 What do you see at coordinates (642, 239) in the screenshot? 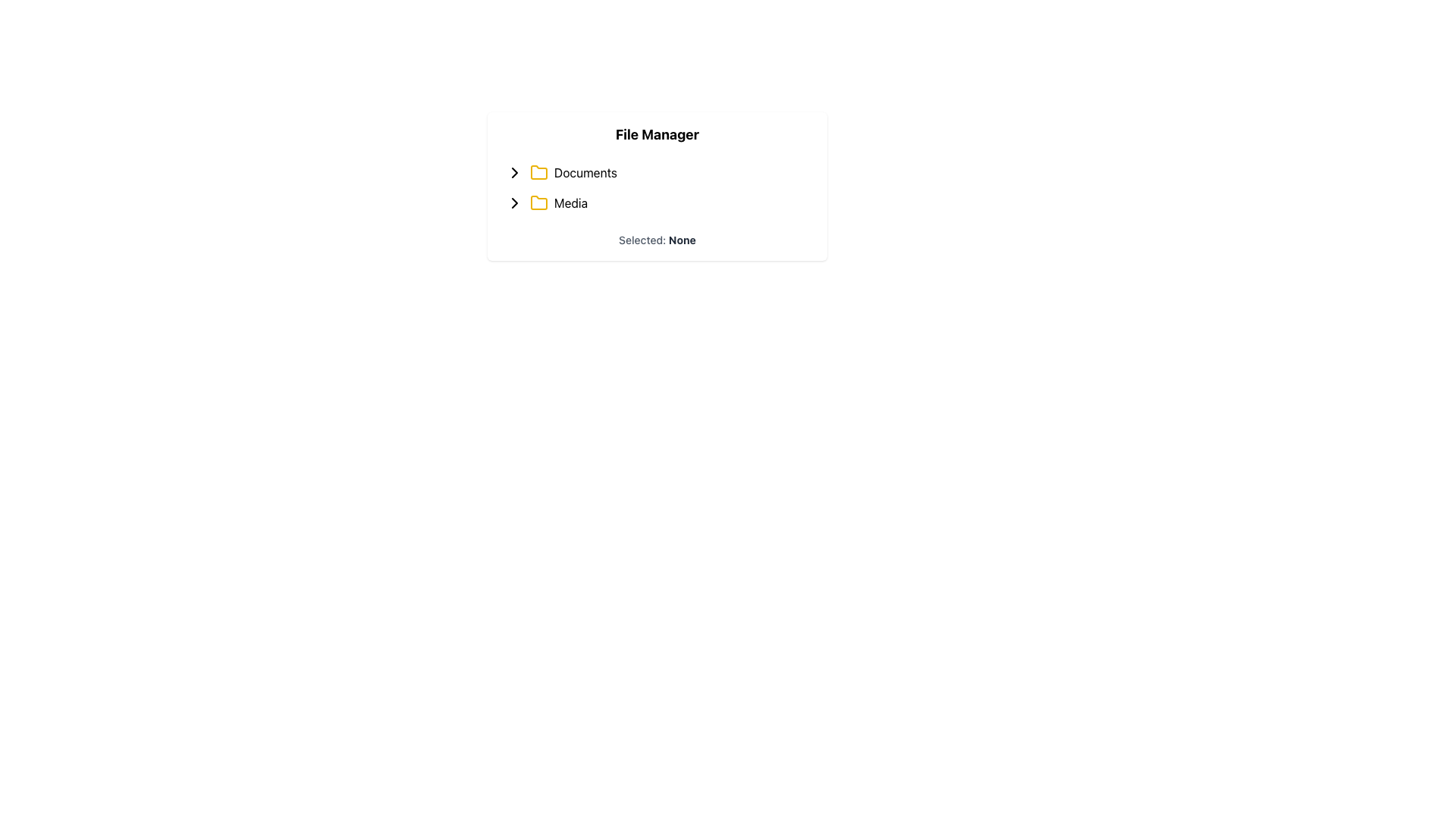
I see `the text label reading 'Selected:' located in the lower portion of the white card labeled 'File Manager'` at bounding box center [642, 239].